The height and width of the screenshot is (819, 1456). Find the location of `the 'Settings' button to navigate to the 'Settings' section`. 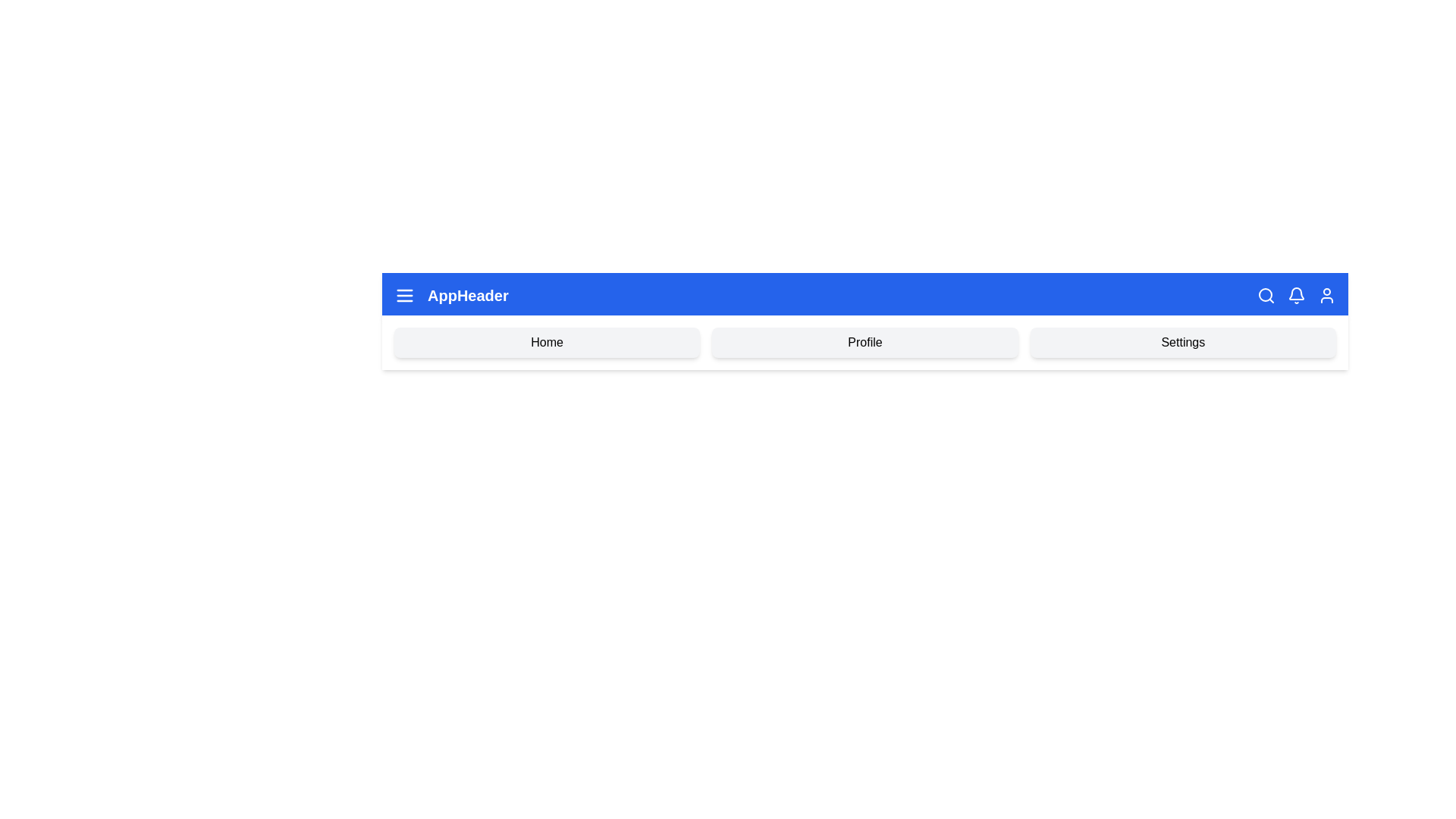

the 'Settings' button to navigate to the 'Settings' section is located at coordinates (1182, 342).